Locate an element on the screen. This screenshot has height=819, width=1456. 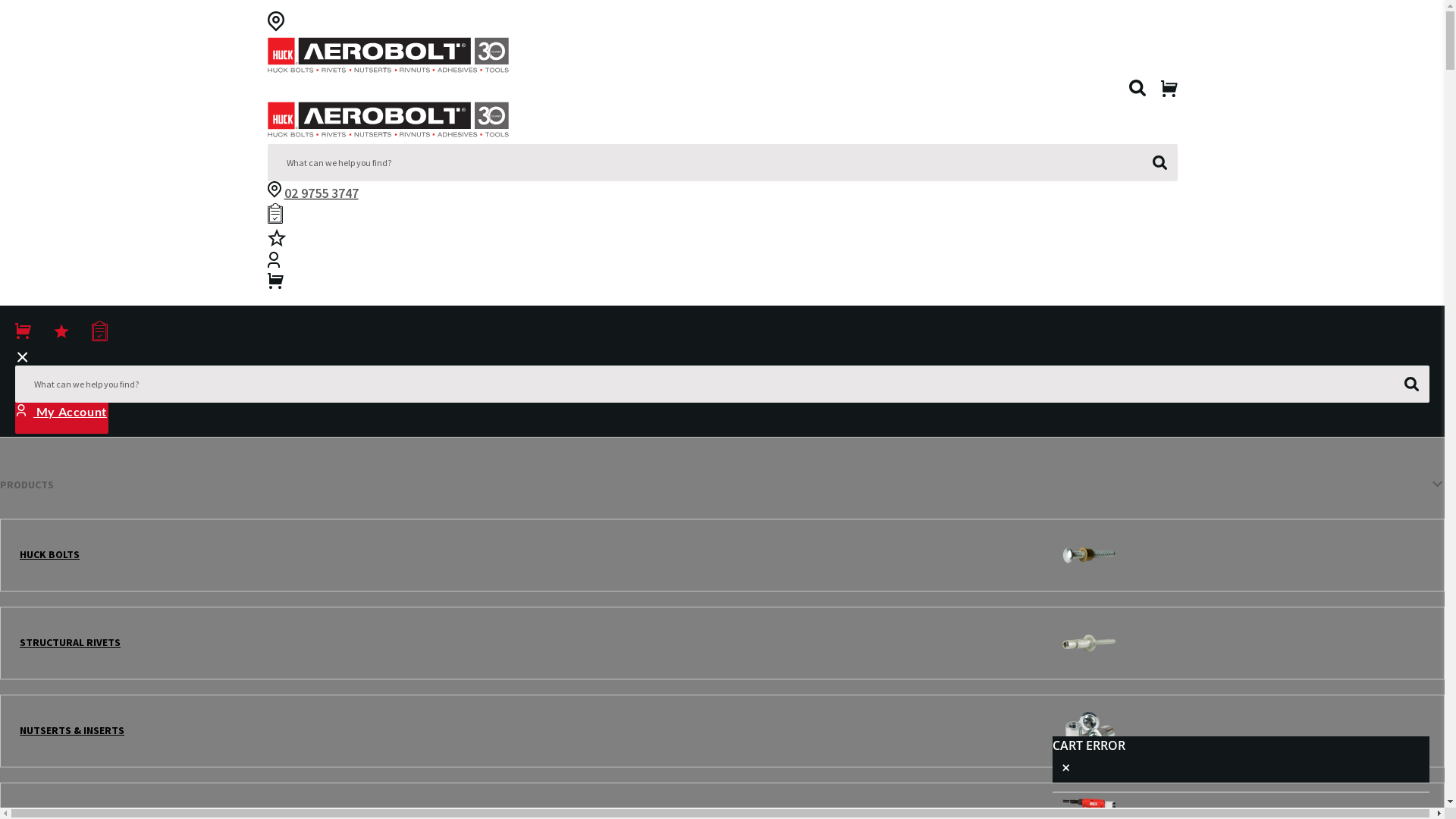
'02 9755 3747' is located at coordinates (319, 192).